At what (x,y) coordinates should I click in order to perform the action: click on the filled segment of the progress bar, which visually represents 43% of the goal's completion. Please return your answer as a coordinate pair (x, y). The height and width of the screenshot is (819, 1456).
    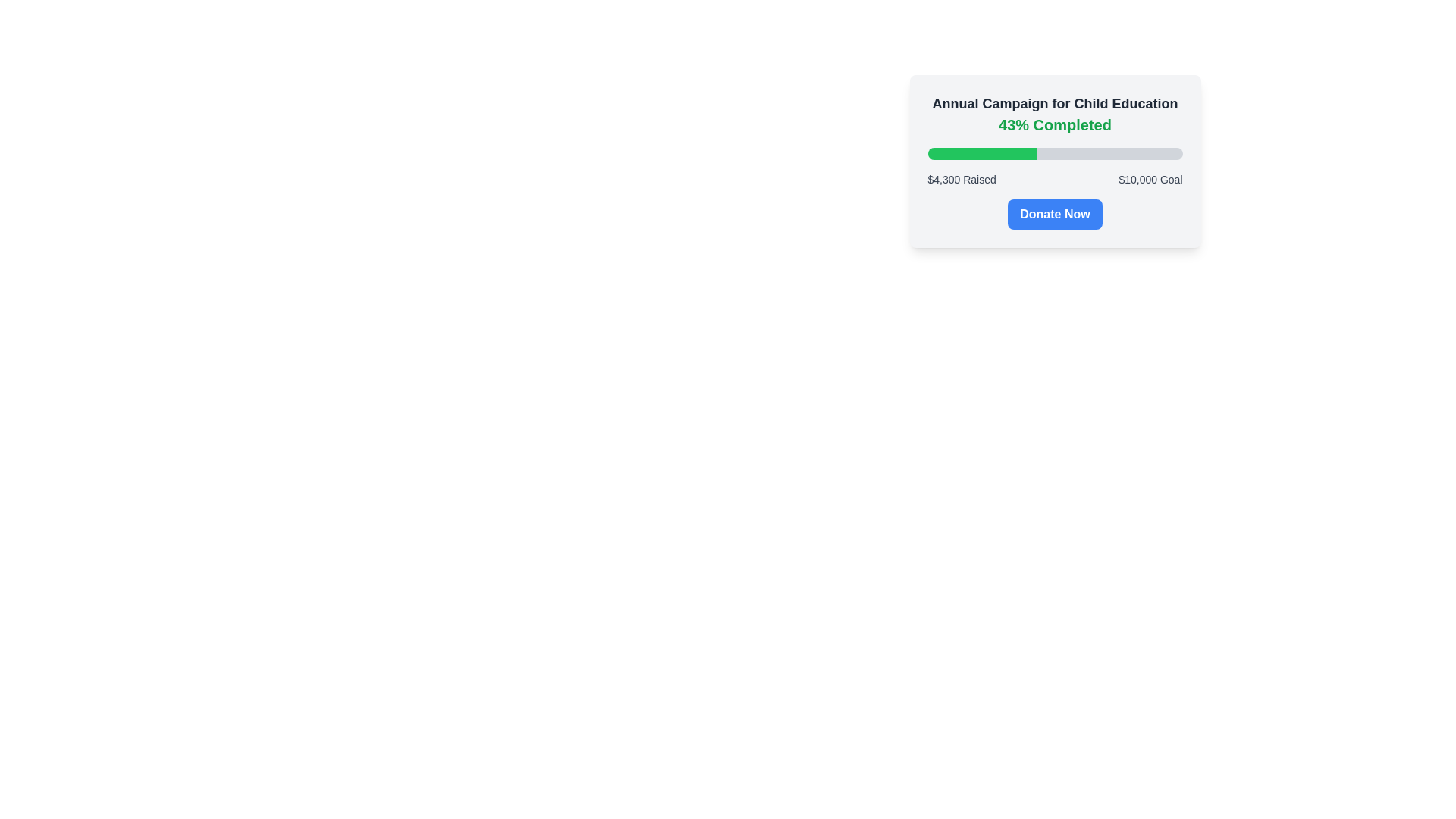
    Looking at the image, I should click on (982, 154).